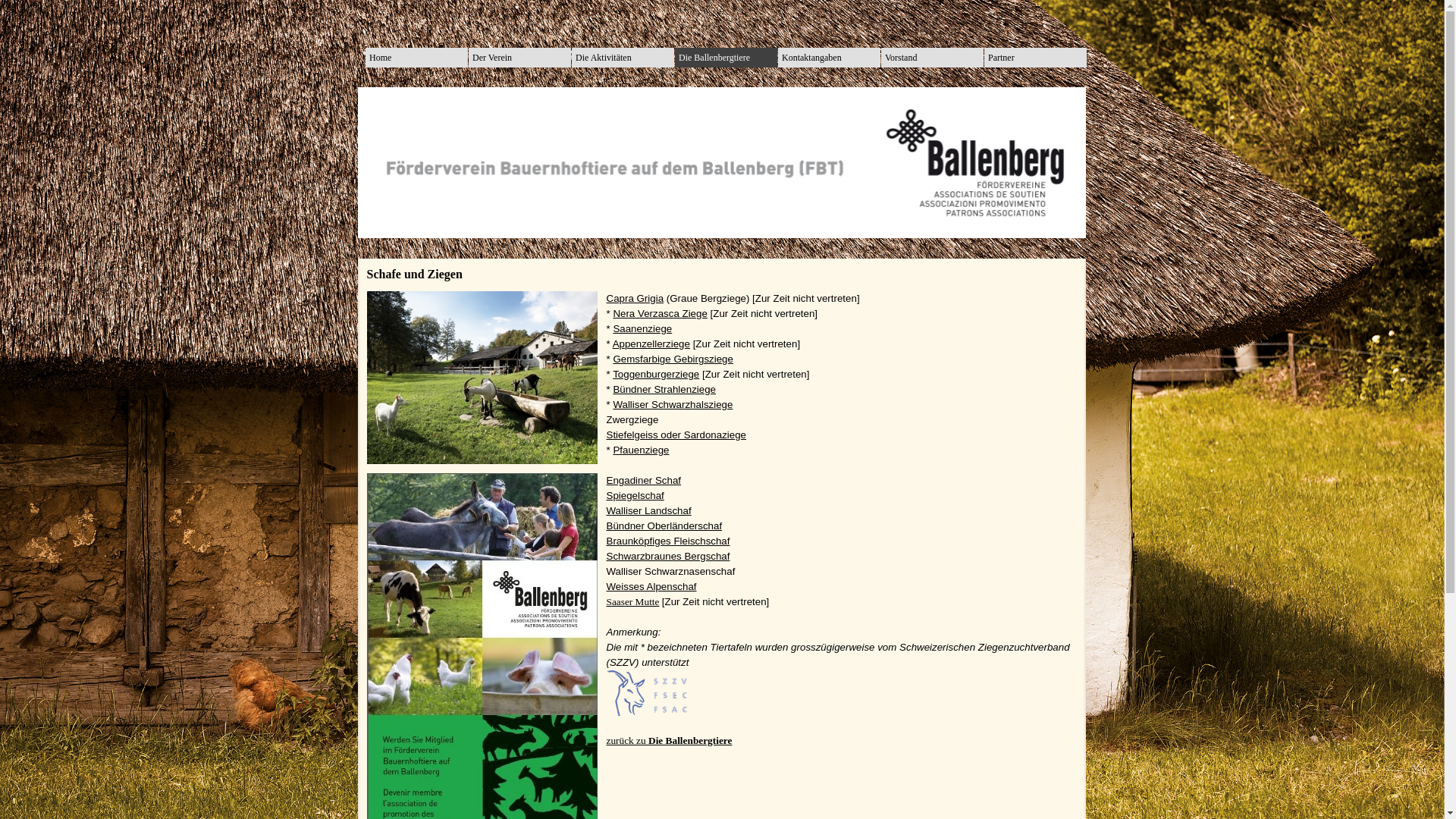  Describe the element at coordinates (612, 312) in the screenshot. I see `'Nera Verzasca Ziege'` at that location.